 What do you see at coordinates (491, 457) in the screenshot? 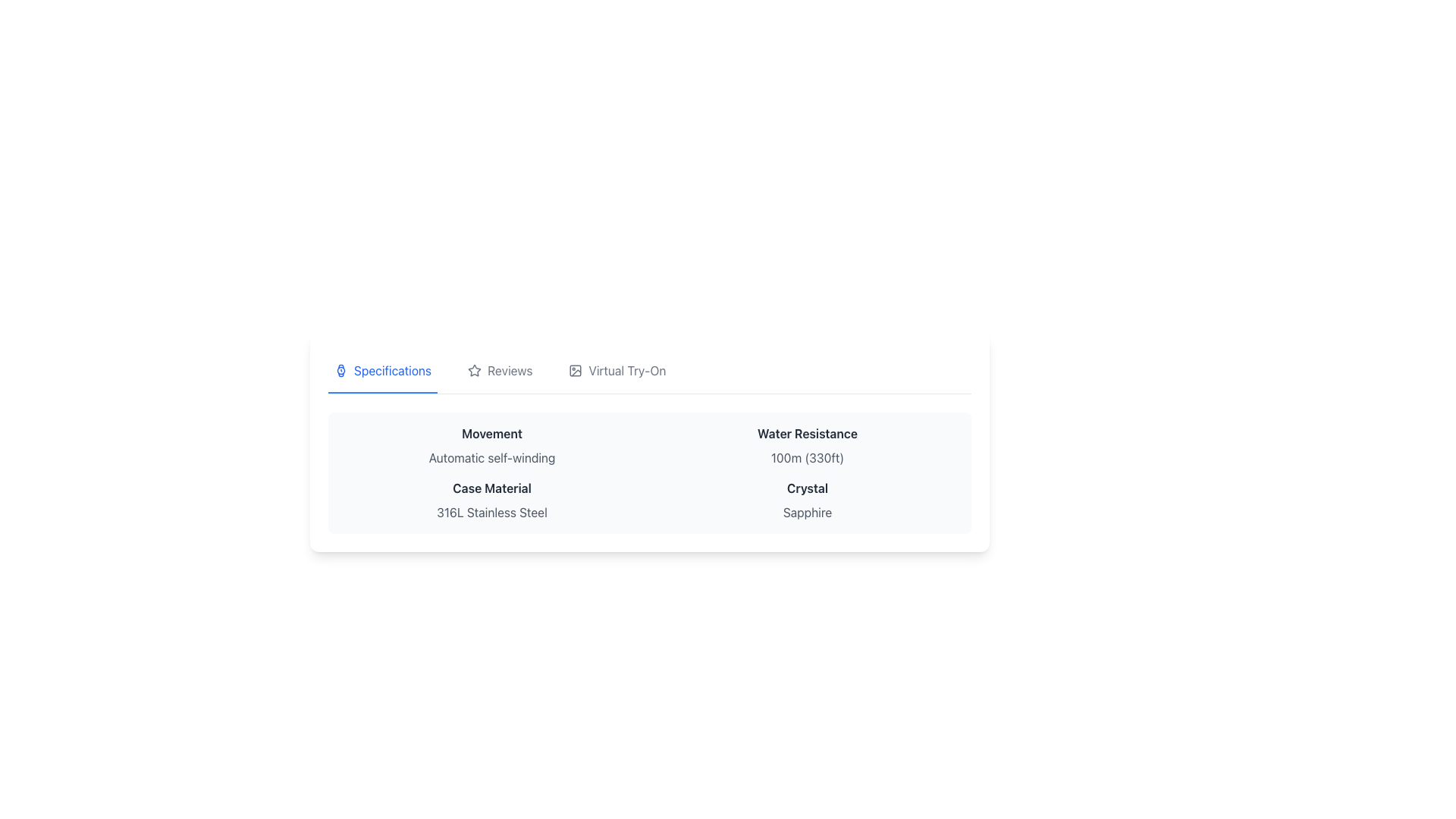
I see `the text label displaying 'Automatic self-winding' located in the 'Specifications' section, directly below the 'Movement' label` at bounding box center [491, 457].